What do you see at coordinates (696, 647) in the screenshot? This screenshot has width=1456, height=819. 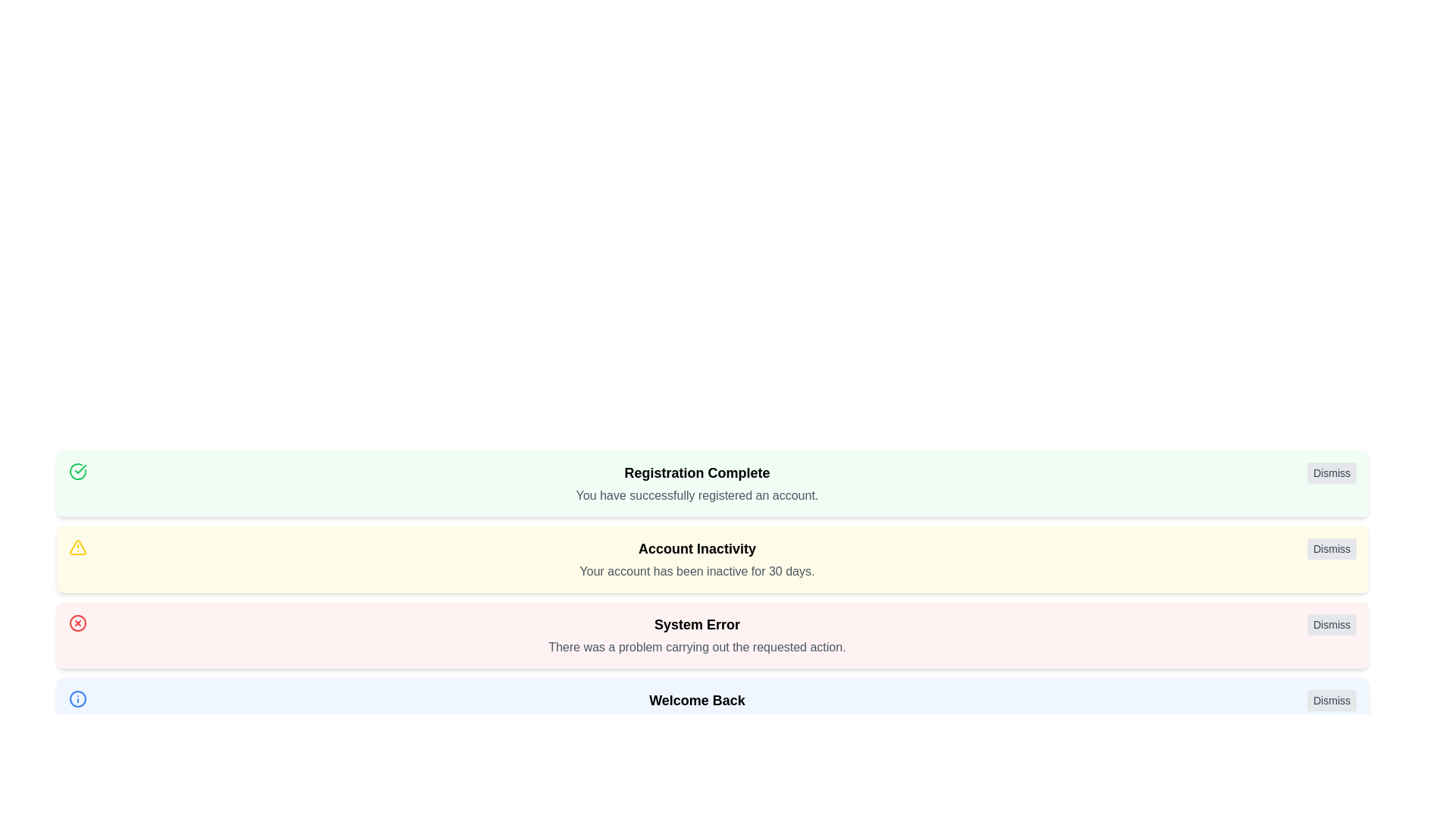 I see `text displayed in the Text Label located under the 'System Error' heading, centered horizontally within the third notification box` at bounding box center [696, 647].